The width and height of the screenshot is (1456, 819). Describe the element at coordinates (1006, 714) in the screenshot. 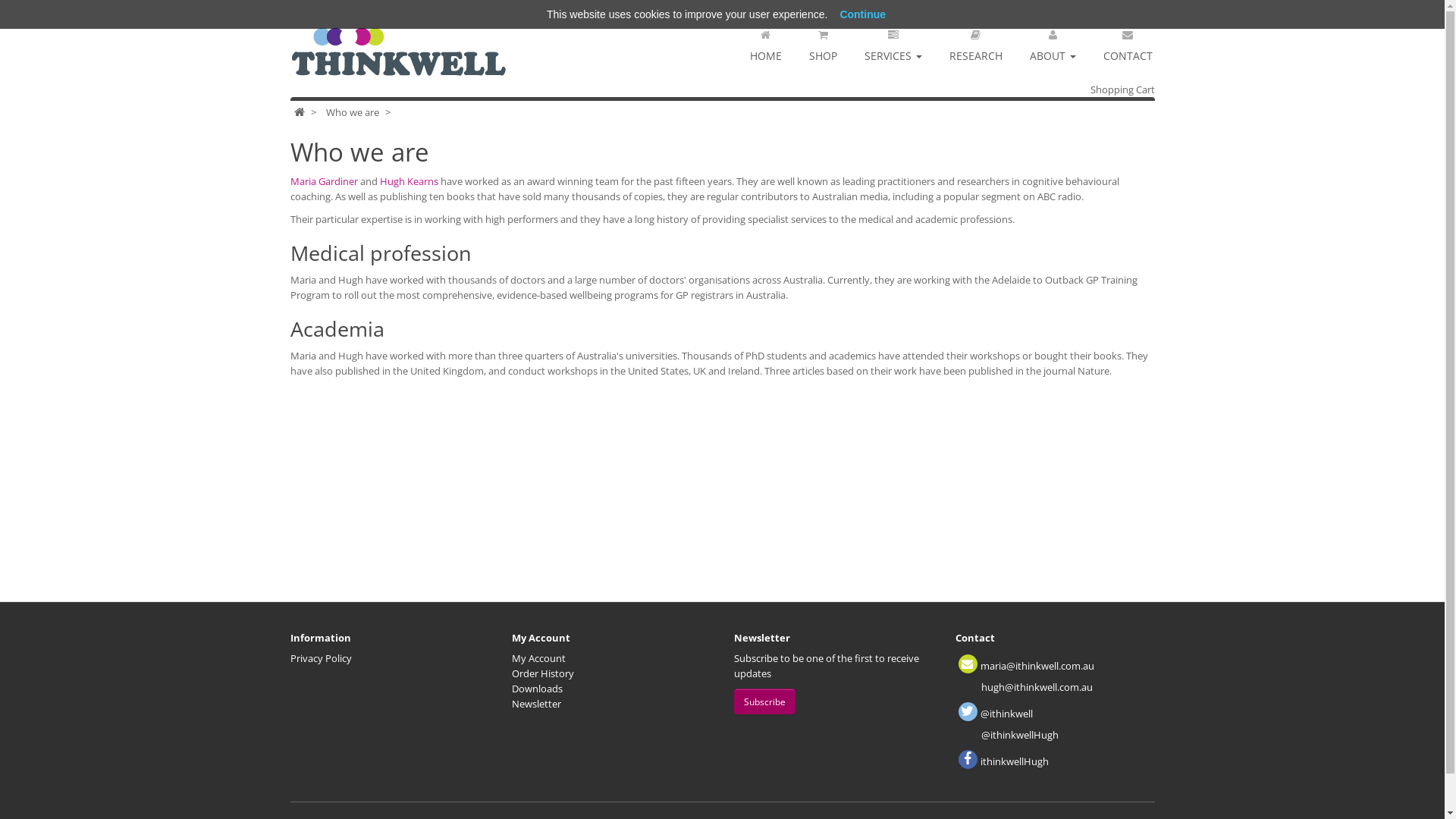

I see `'@ithinkwell'` at that location.